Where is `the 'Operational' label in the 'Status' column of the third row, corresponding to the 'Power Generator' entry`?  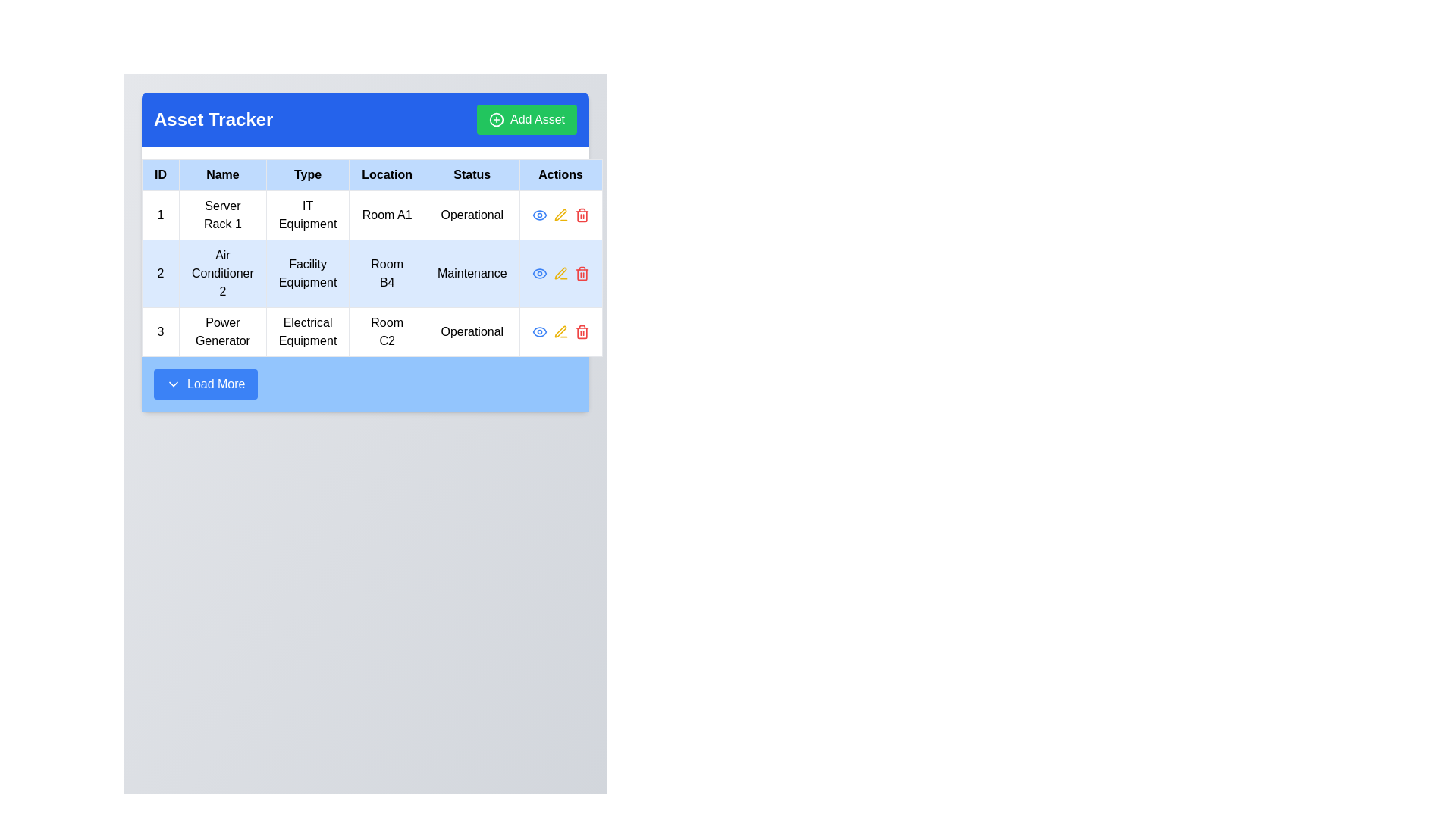 the 'Operational' label in the 'Status' column of the third row, corresponding to the 'Power Generator' entry is located at coordinates (471, 331).